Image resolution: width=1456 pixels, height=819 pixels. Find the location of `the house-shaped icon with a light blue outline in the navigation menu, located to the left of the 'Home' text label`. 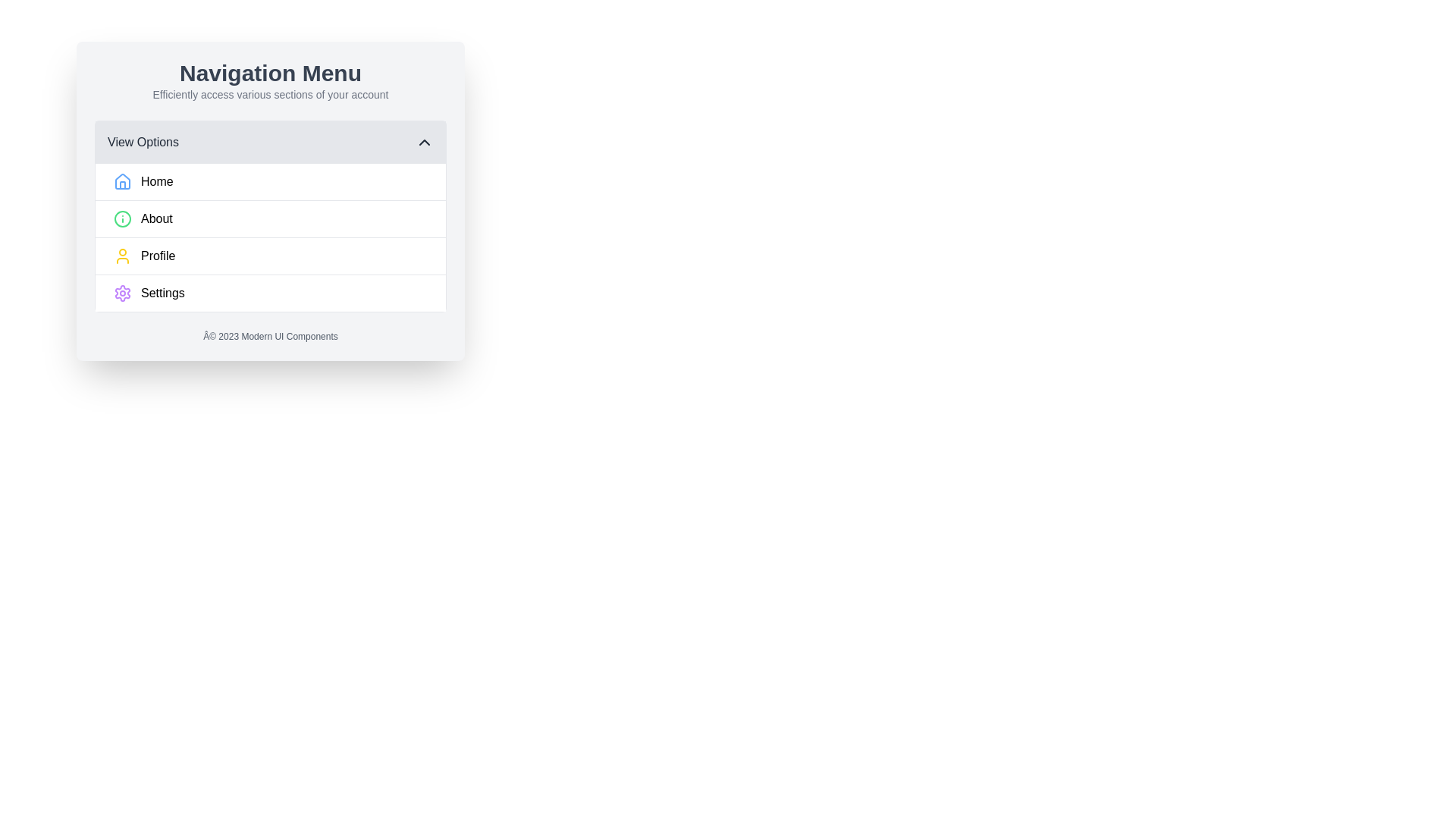

the house-shaped icon with a light blue outline in the navigation menu, located to the left of the 'Home' text label is located at coordinates (123, 180).